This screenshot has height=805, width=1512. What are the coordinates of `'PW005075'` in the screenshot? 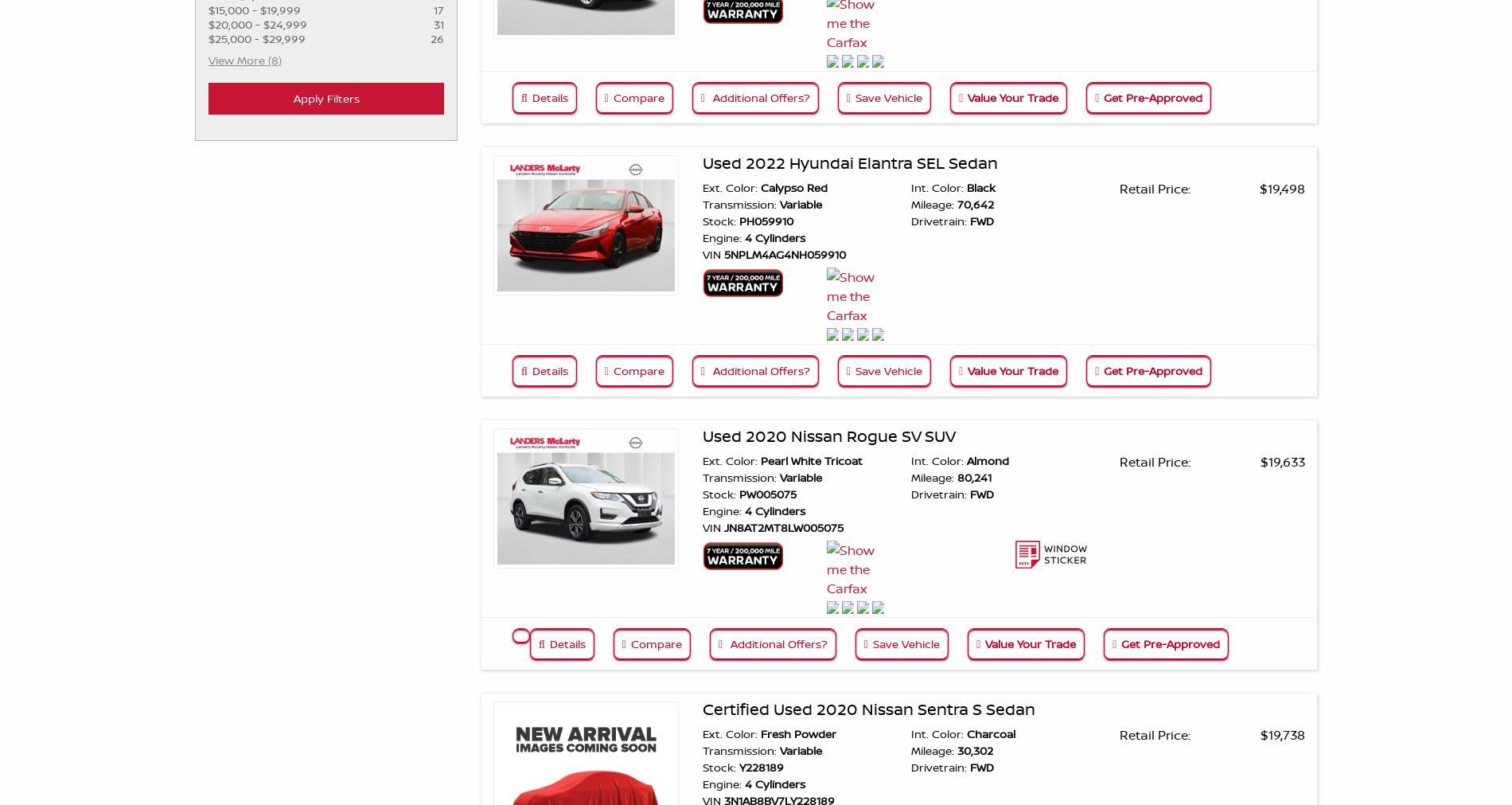 It's located at (765, 493).